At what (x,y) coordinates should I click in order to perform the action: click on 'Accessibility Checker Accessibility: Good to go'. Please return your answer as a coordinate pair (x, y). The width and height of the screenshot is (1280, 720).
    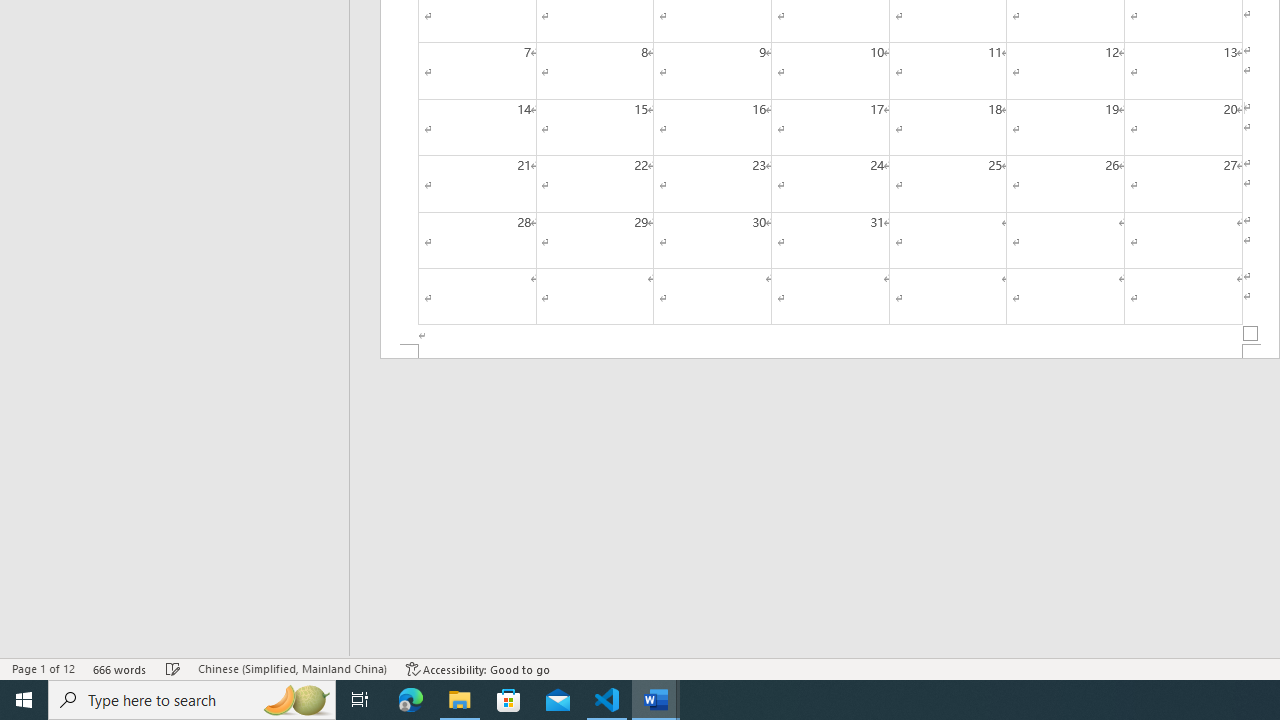
    Looking at the image, I should click on (477, 669).